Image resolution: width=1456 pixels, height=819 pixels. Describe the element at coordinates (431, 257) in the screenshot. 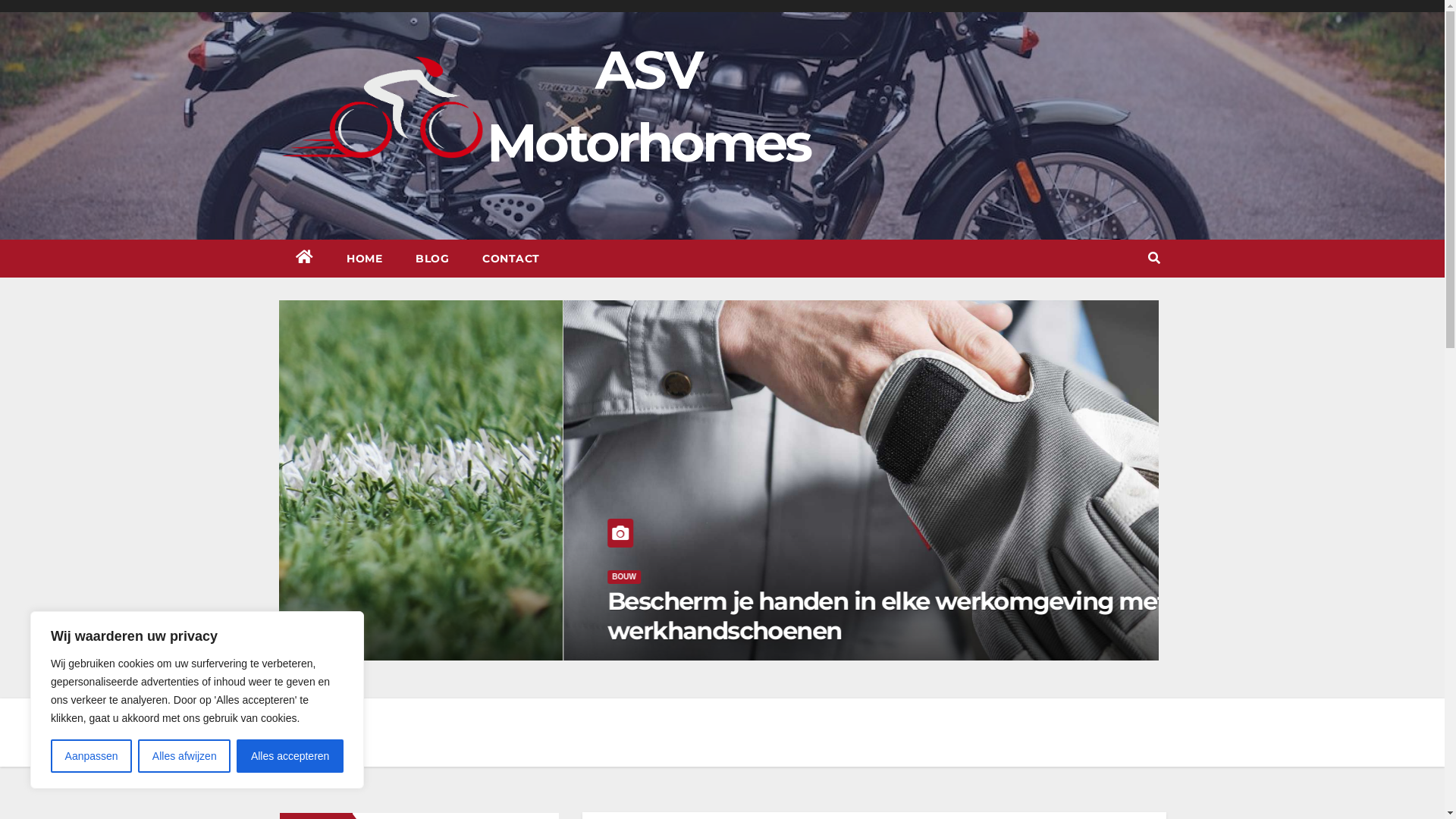

I see `'BLOG'` at that location.